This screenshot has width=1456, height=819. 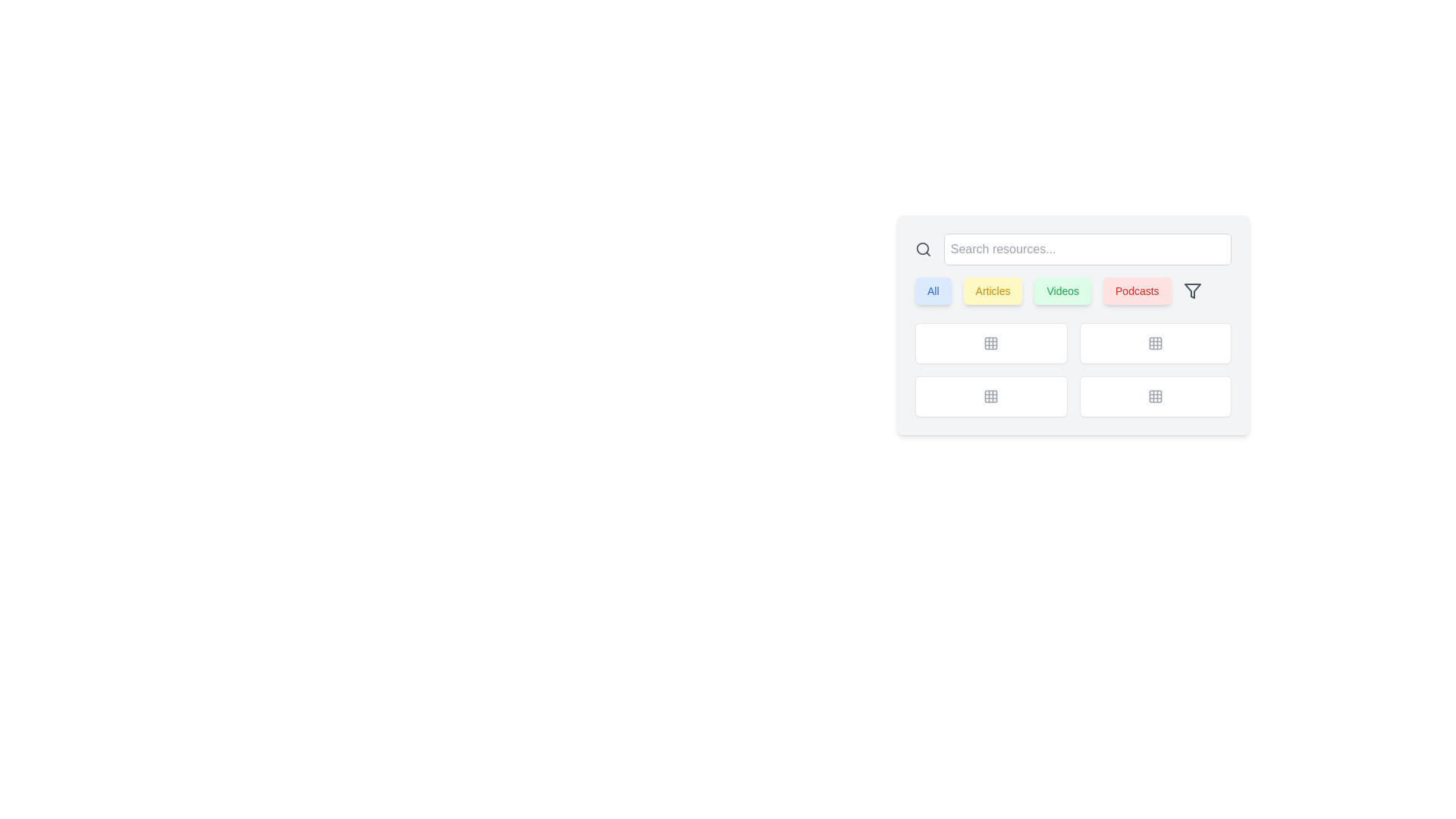 I want to click on to select any entered text in the rectangular search input field with rounded corners and a light border, which contains the placeholder text 'Search resources...', so click(x=1087, y=248).